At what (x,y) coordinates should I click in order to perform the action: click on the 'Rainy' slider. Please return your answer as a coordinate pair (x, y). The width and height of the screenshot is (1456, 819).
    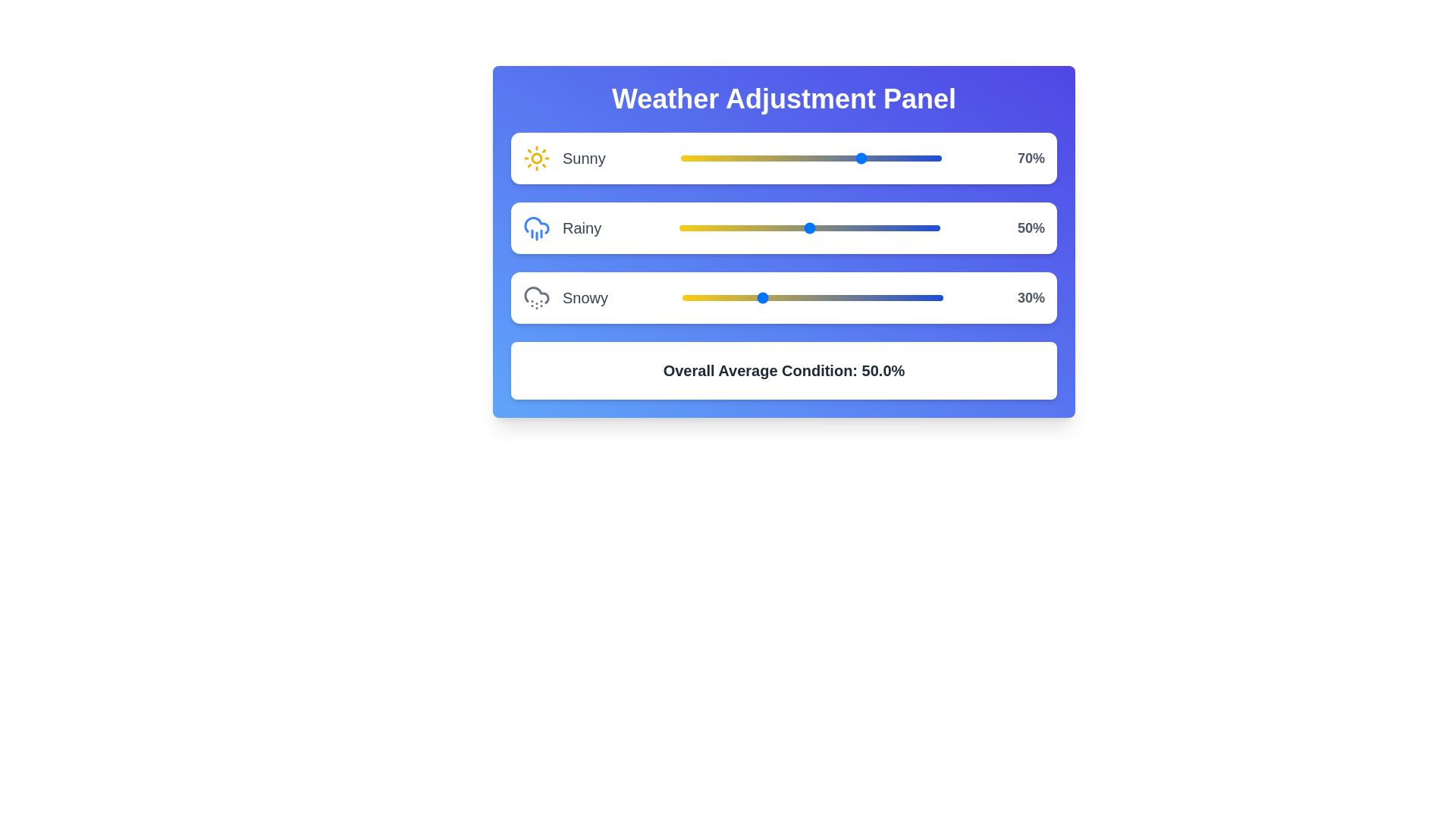
    Looking at the image, I should click on (811, 227).